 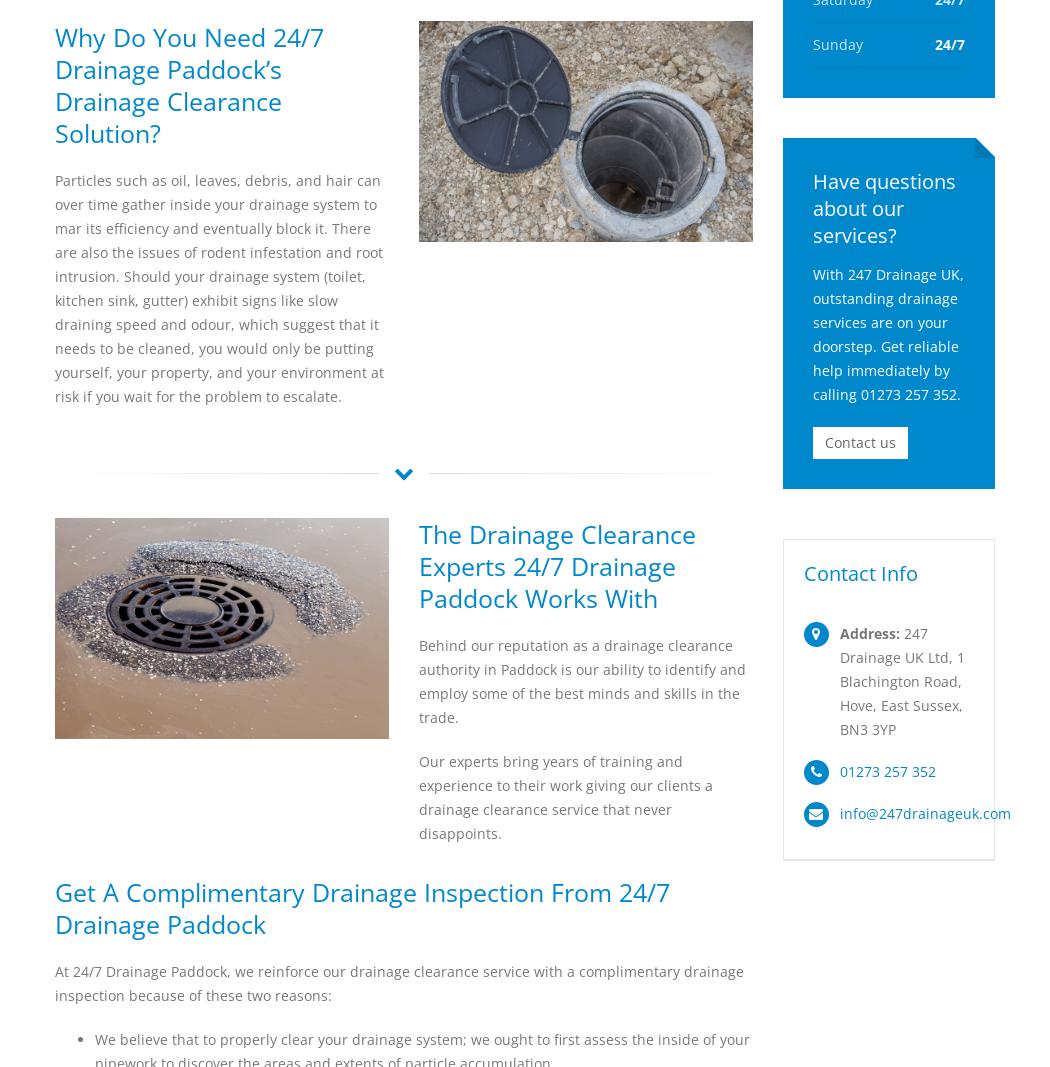 I want to click on 'Sunday', so click(x=836, y=43).